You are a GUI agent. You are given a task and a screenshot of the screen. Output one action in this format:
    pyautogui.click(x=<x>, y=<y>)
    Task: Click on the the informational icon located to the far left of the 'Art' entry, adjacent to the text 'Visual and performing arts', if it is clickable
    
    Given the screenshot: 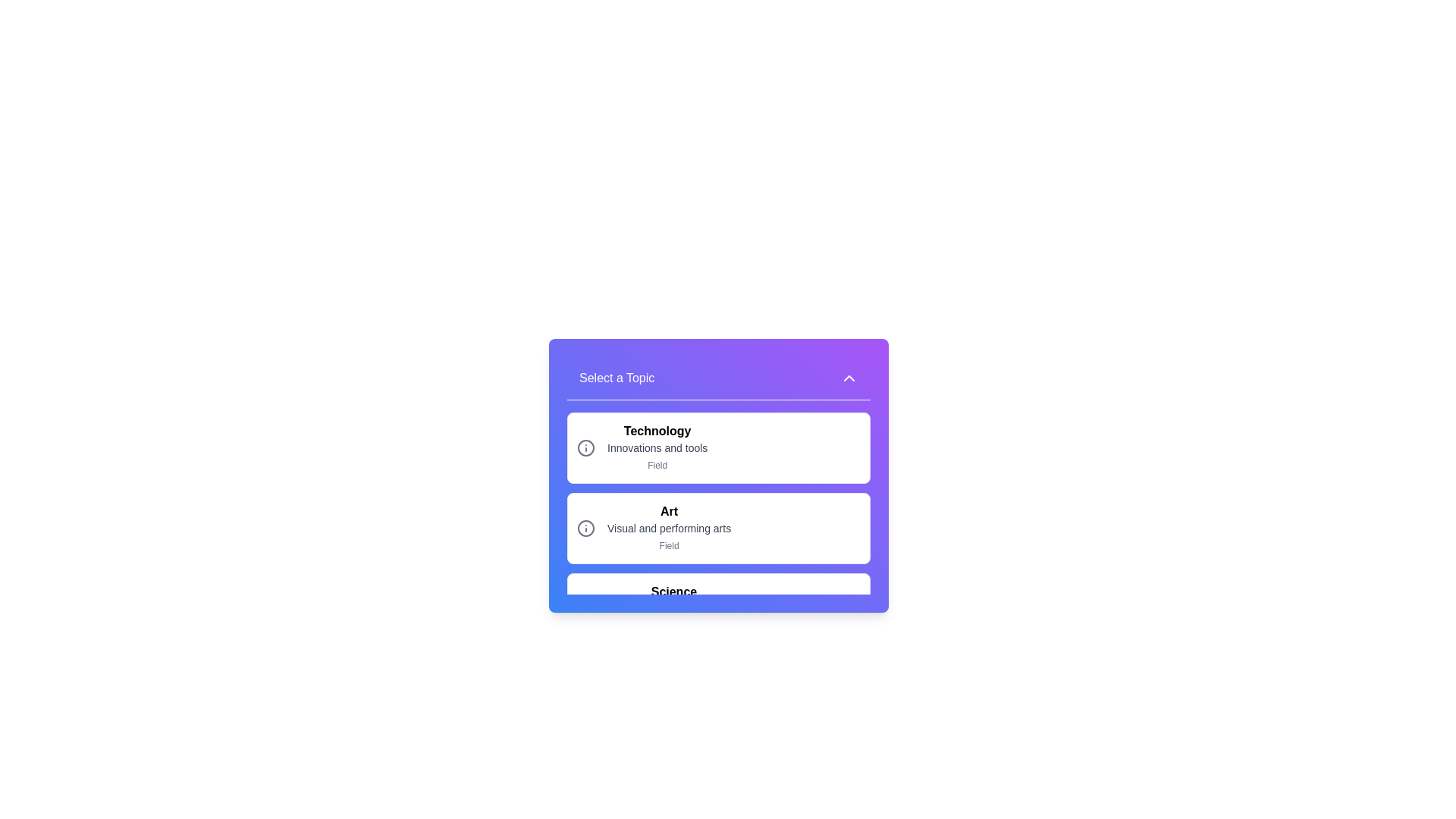 What is the action you would take?
    pyautogui.click(x=585, y=528)
    